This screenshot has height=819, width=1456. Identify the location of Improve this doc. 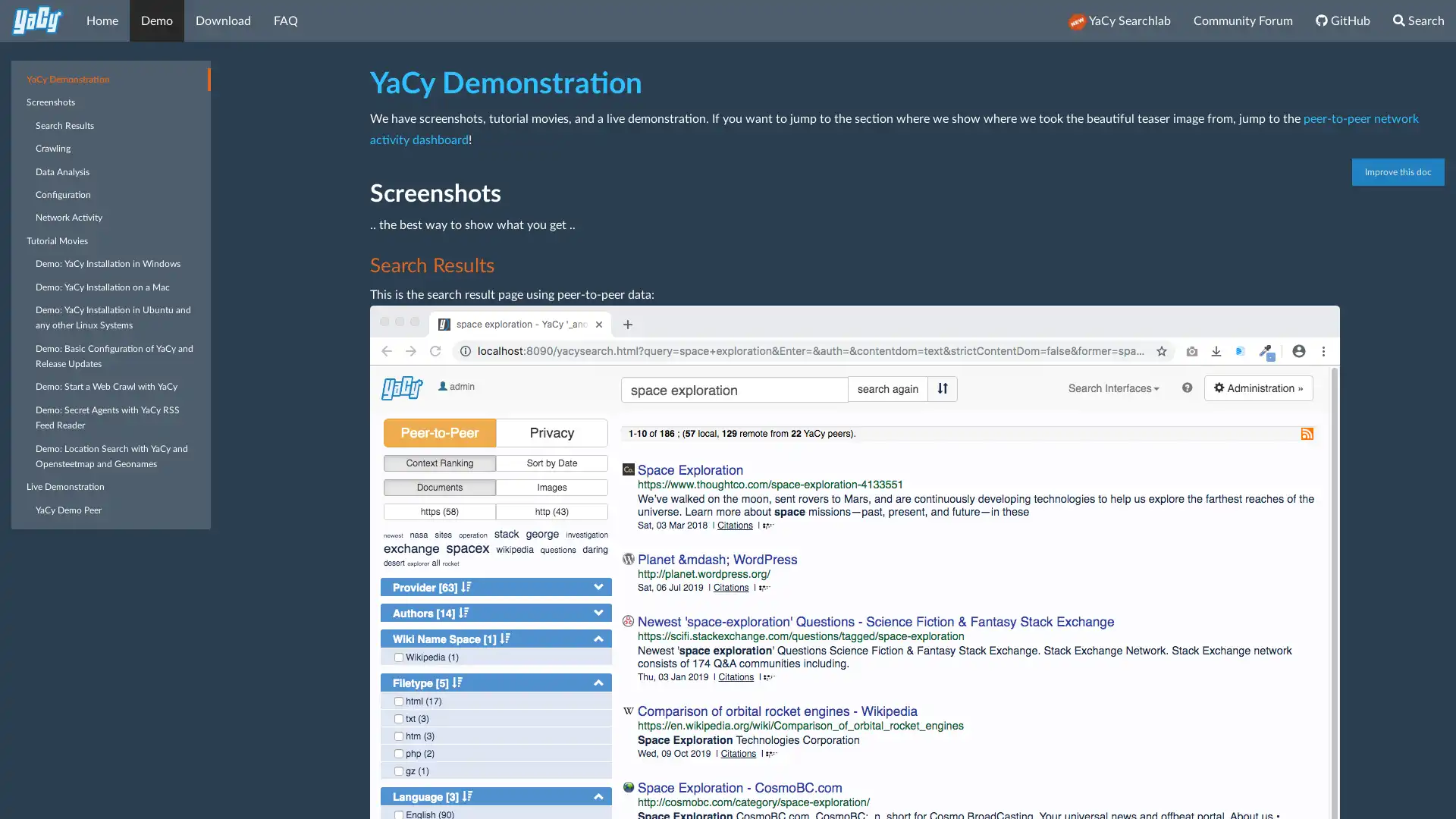
(1397, 171).